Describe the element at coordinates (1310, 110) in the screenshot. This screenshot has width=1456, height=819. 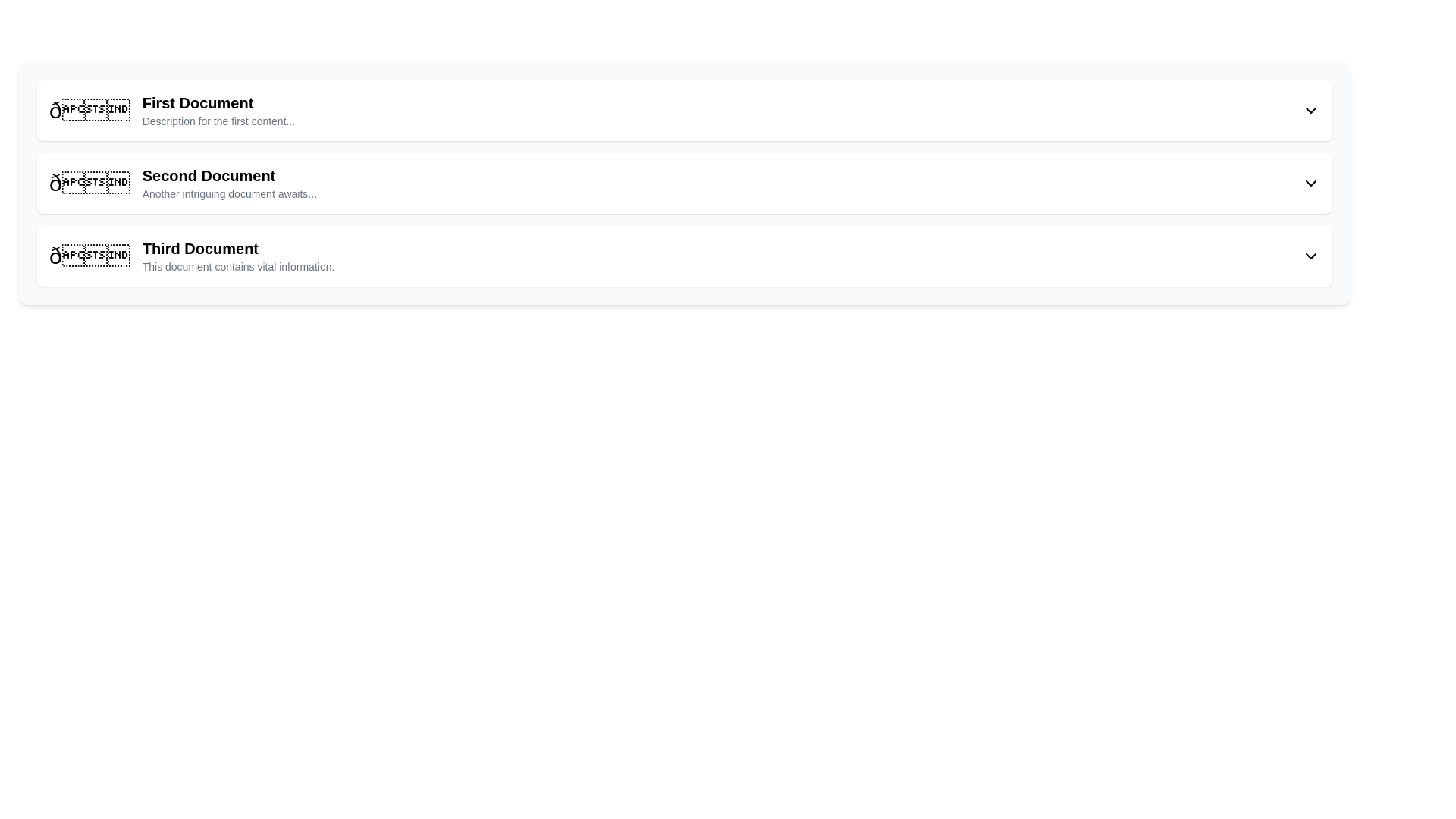
I see `the chevron icon located at the right end of the header section of the 'First Document' list item` at that location.